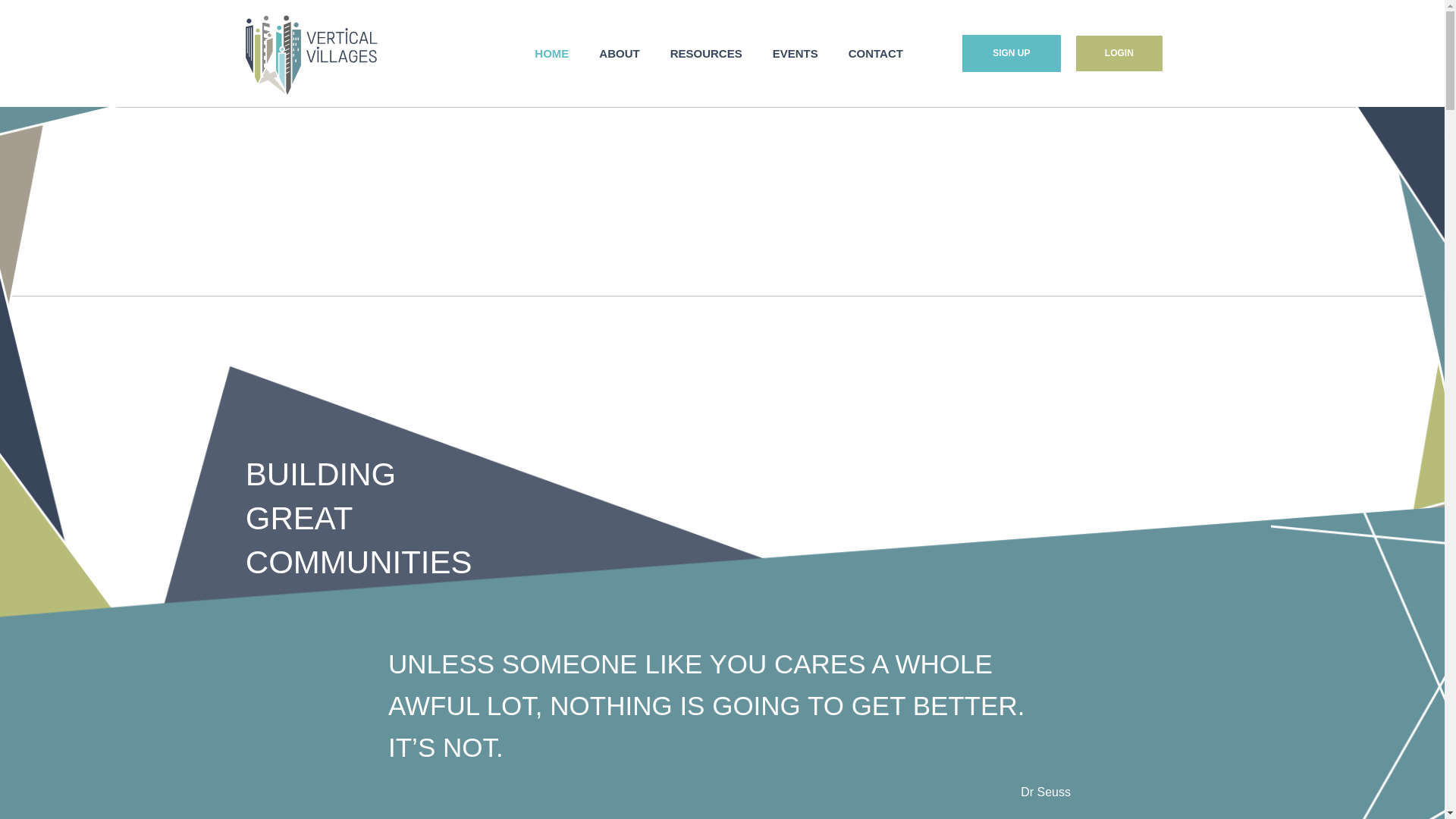 The height and width of the screenshot is (819, 1456). What do you see at coordinates (757, 52) in the screenshot?
I see `'EVENTS'` at bounding box center [757, 52].